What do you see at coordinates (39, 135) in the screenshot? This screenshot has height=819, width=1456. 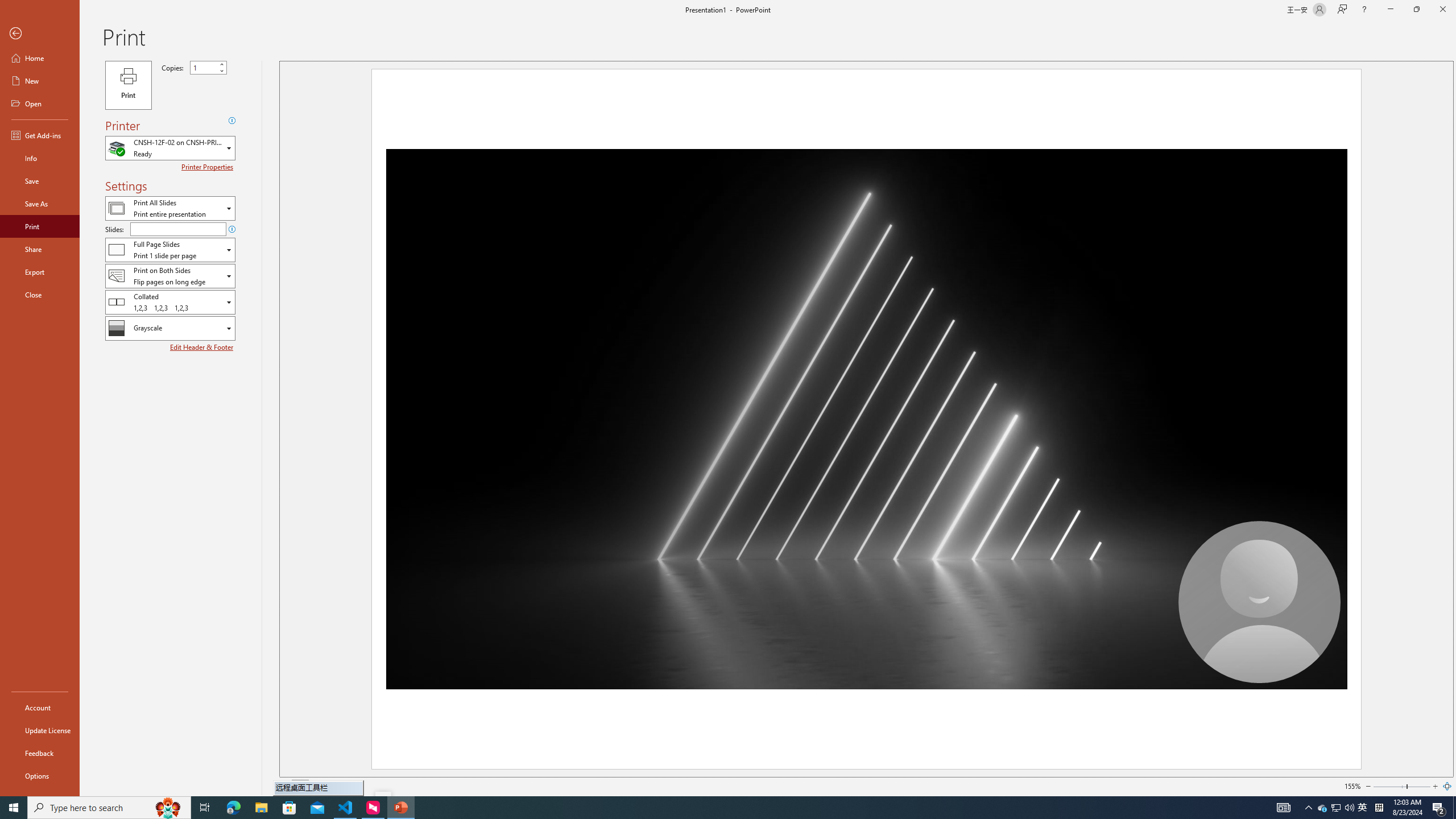 I see `'Get Add-ins'` at bounding box center [39, 135].